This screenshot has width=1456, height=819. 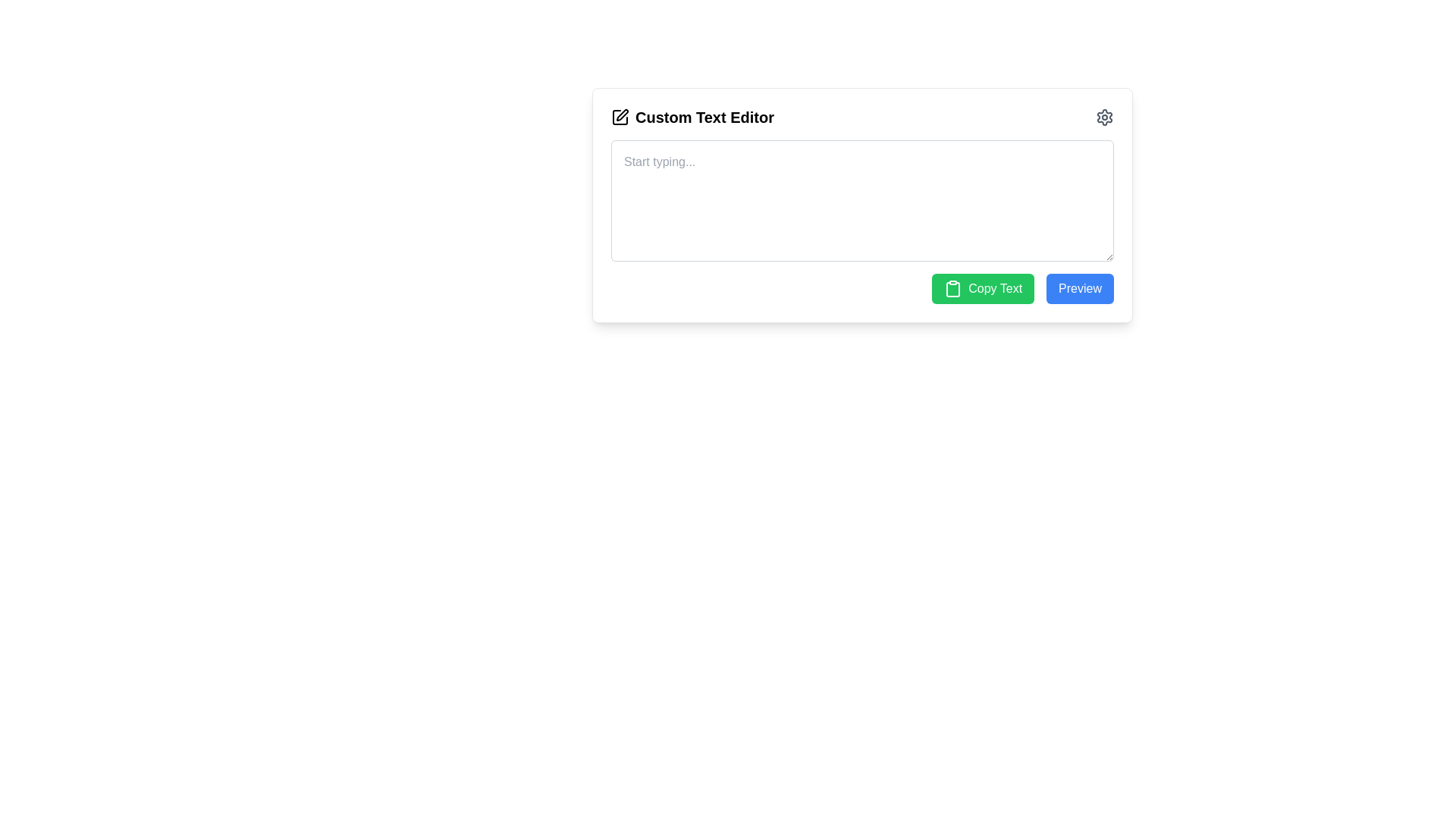 What do you see at coordinates (1105, 116) in the screenshot?
I see `the gear/settings icon located in the top-right corner of the interactive editor module` at bounding box center [1105, 116].